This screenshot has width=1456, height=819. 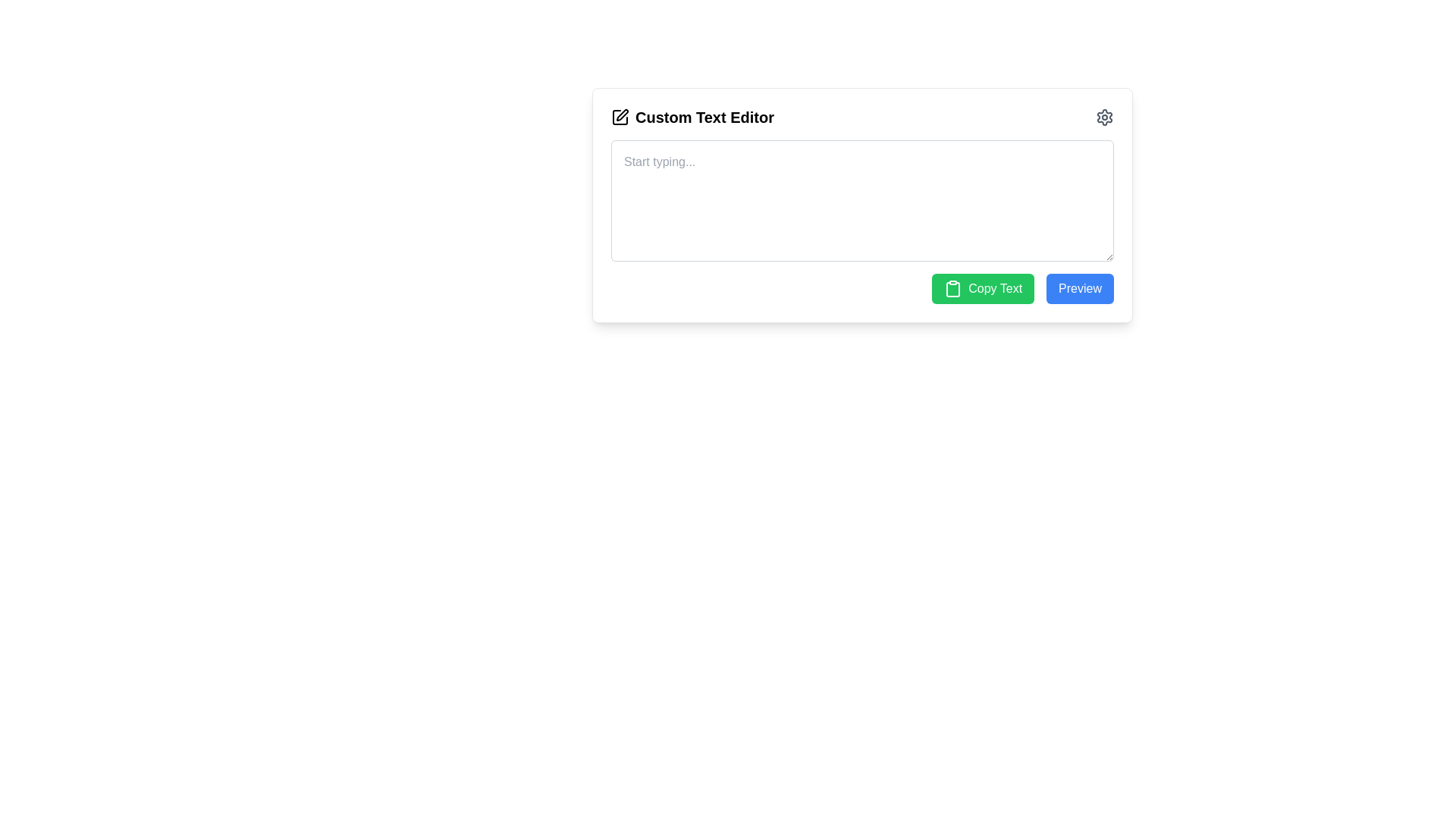 What do you see at coordinates (1105, 116) in the screenshot?
I see `the gear/settings icon located in the top-right corner of the interactive editor module` at bounding box center [1105, 116].